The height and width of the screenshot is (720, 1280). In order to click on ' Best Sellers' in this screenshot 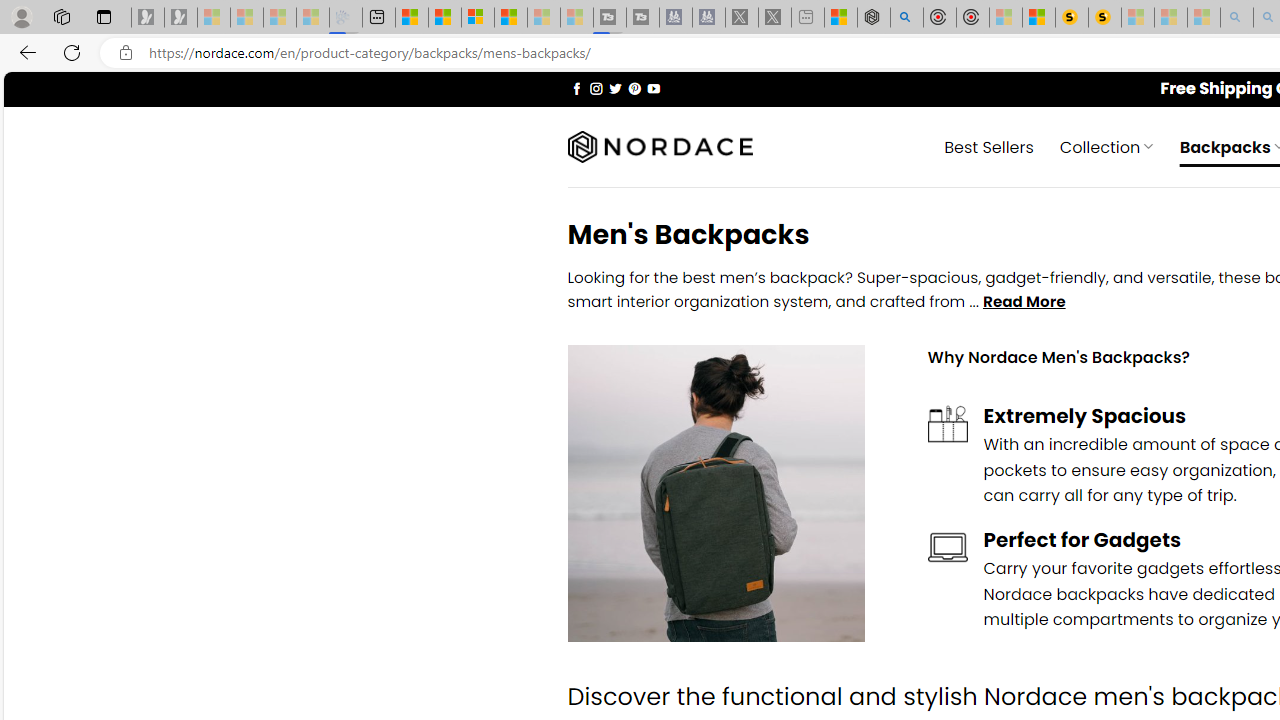, I will do `click(989, 145)`.